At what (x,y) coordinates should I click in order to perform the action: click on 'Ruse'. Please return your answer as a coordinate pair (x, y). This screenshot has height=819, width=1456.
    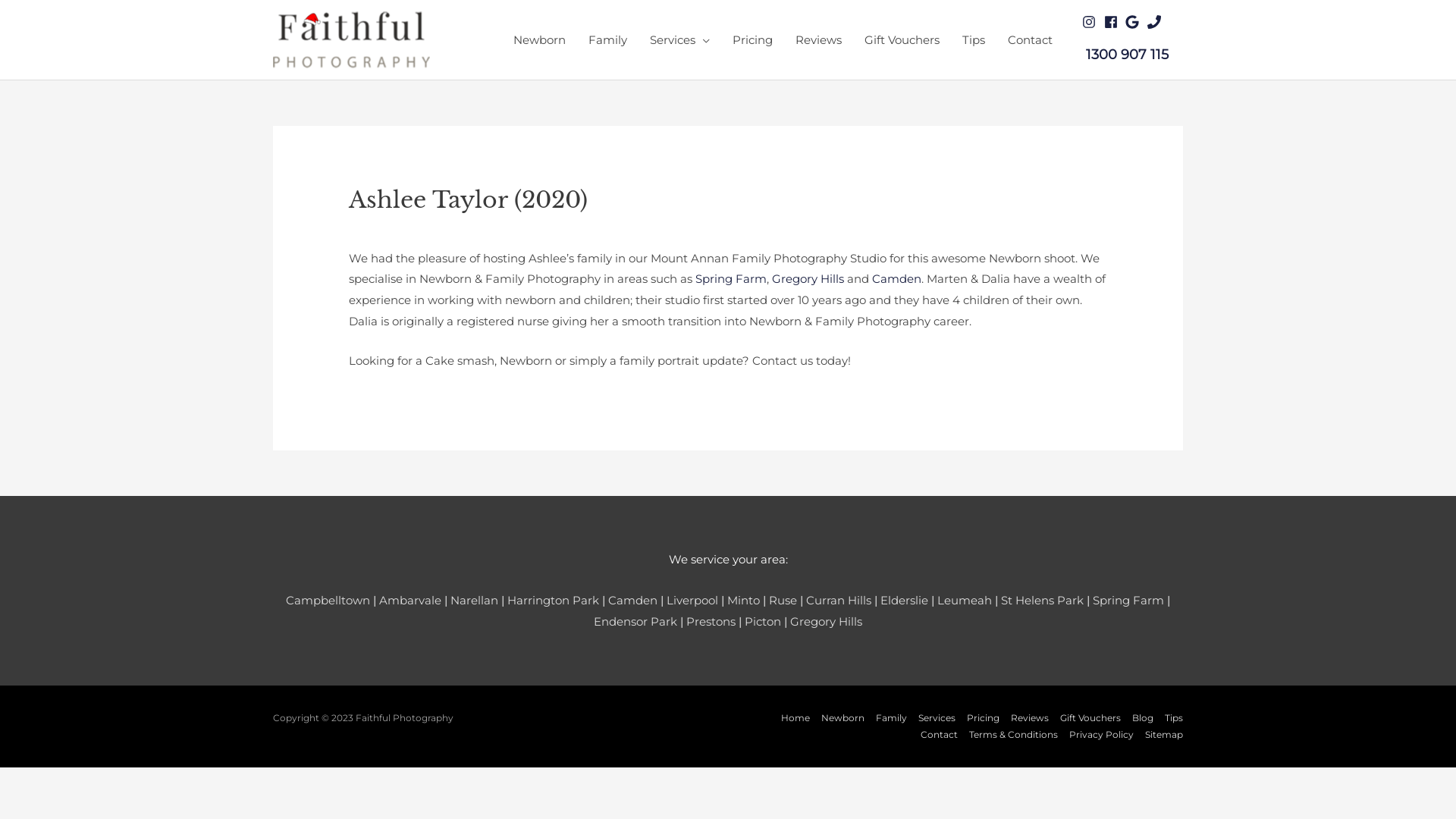
    Looking at the image, I should click on (783, 599).